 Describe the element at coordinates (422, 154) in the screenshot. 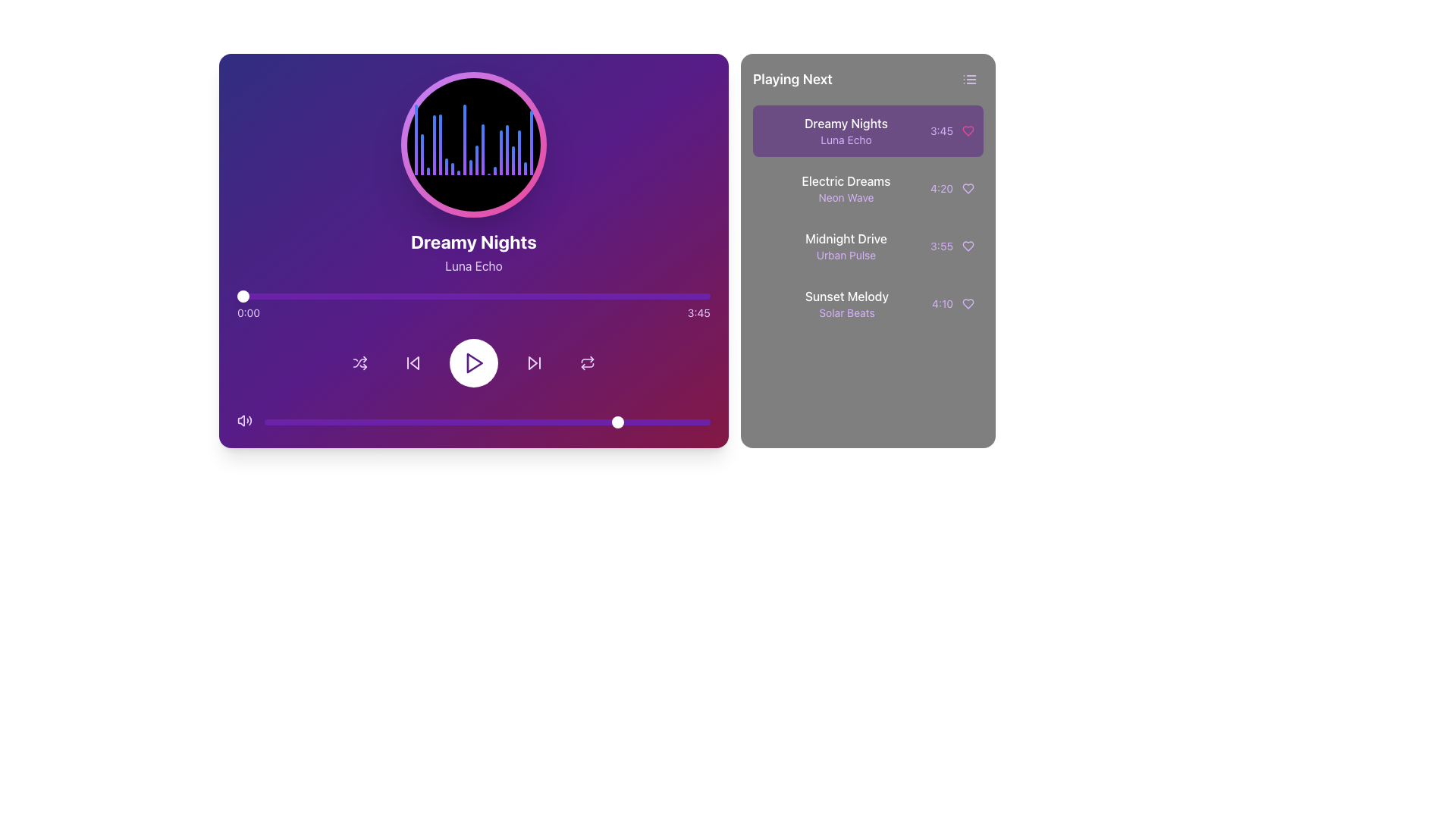

I see `the second vertical bar in the audio waveform display, which has a gradient fill from purple to blue and is located near the left side of the waveform visualization` at that location.